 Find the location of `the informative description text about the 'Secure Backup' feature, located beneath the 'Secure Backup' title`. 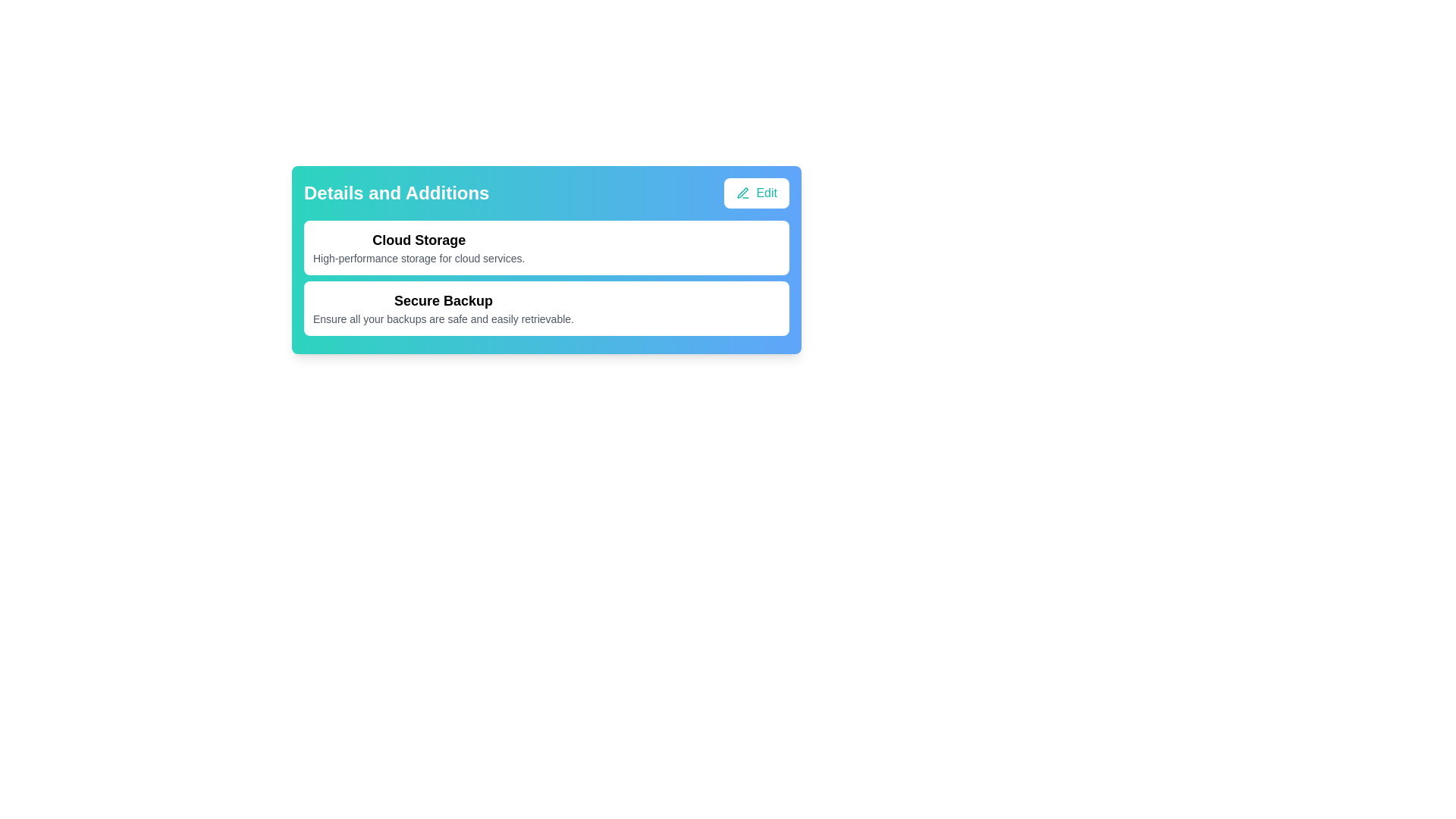

the informative description text about the 'Secure Backup' feature, located beneath the 'Secure Backup' title is located at coordinates (443, 318).